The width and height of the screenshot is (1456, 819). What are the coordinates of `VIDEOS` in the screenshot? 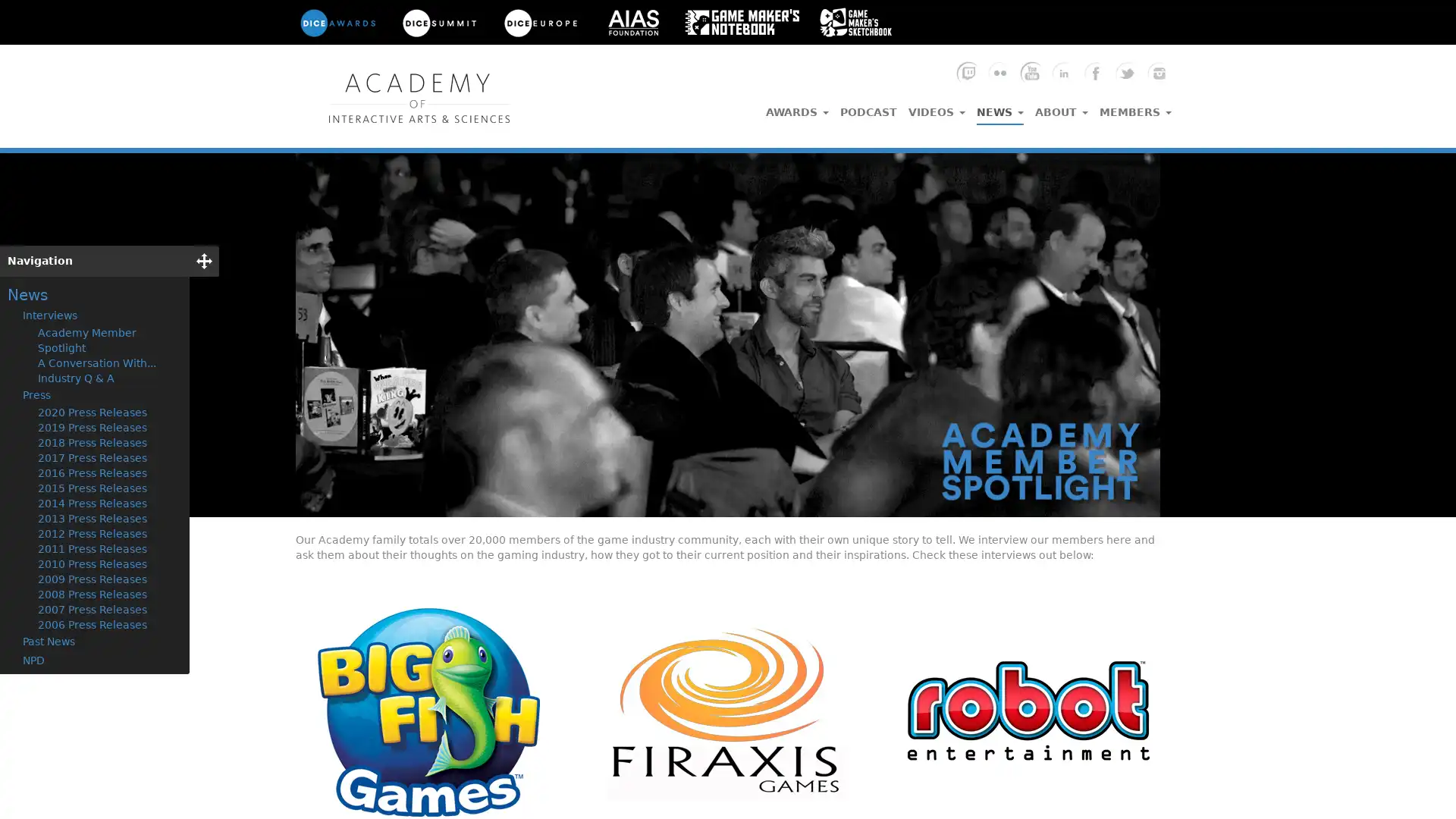 It's located at (936, 107).